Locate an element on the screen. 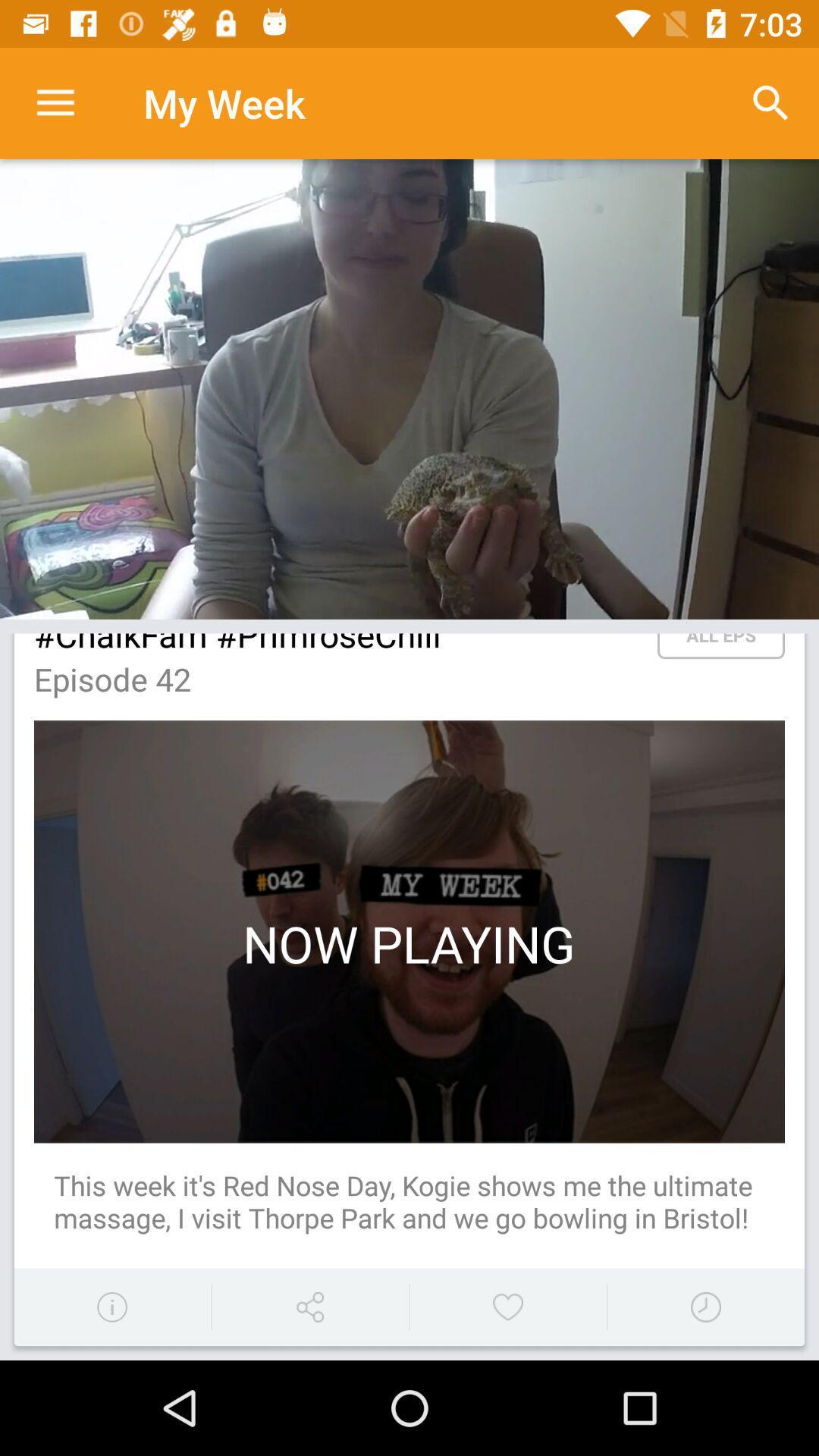 The height and width of the screenshot is (1456, 819). the button which is next to the like button is located at coordinates (705, 1306).